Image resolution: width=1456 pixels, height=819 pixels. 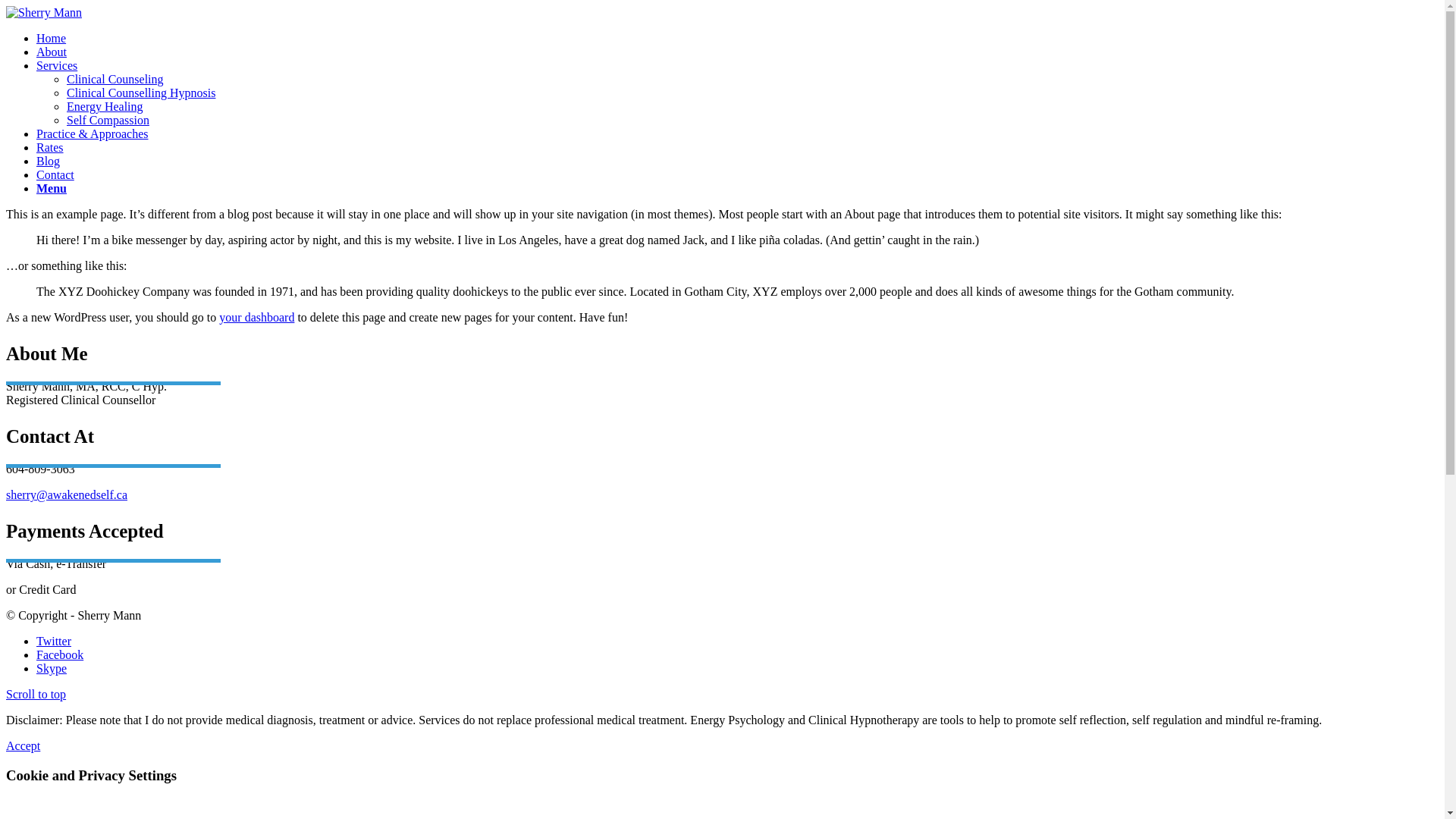 What do you see at coordinates (51, 187) in the screenshot?
I see `'Menu'` at bounding box center [51, 187].